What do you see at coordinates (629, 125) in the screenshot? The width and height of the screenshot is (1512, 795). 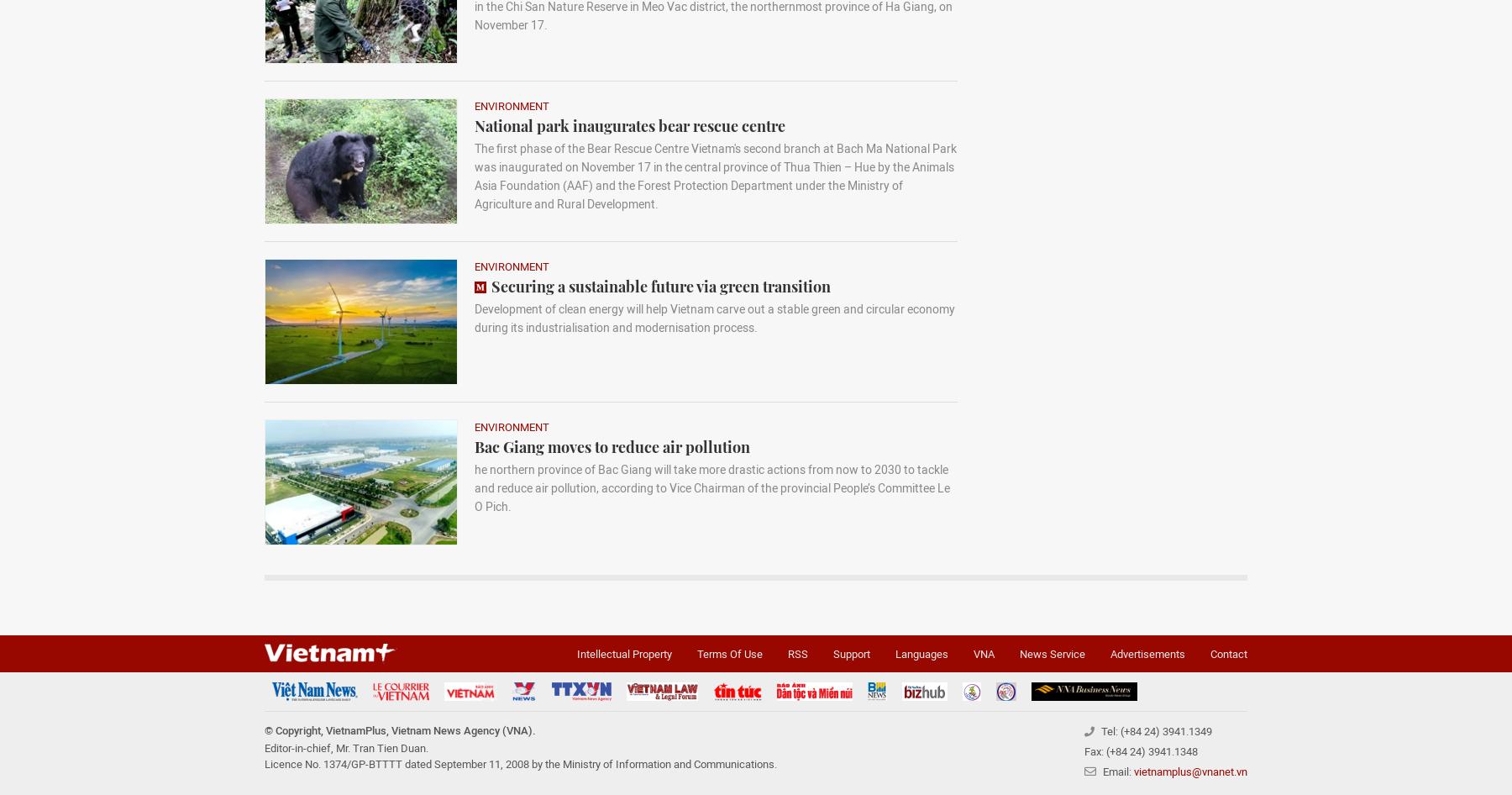 I see `'National park inaugurates bear rescue centre'` at bounding box center [629, 125].